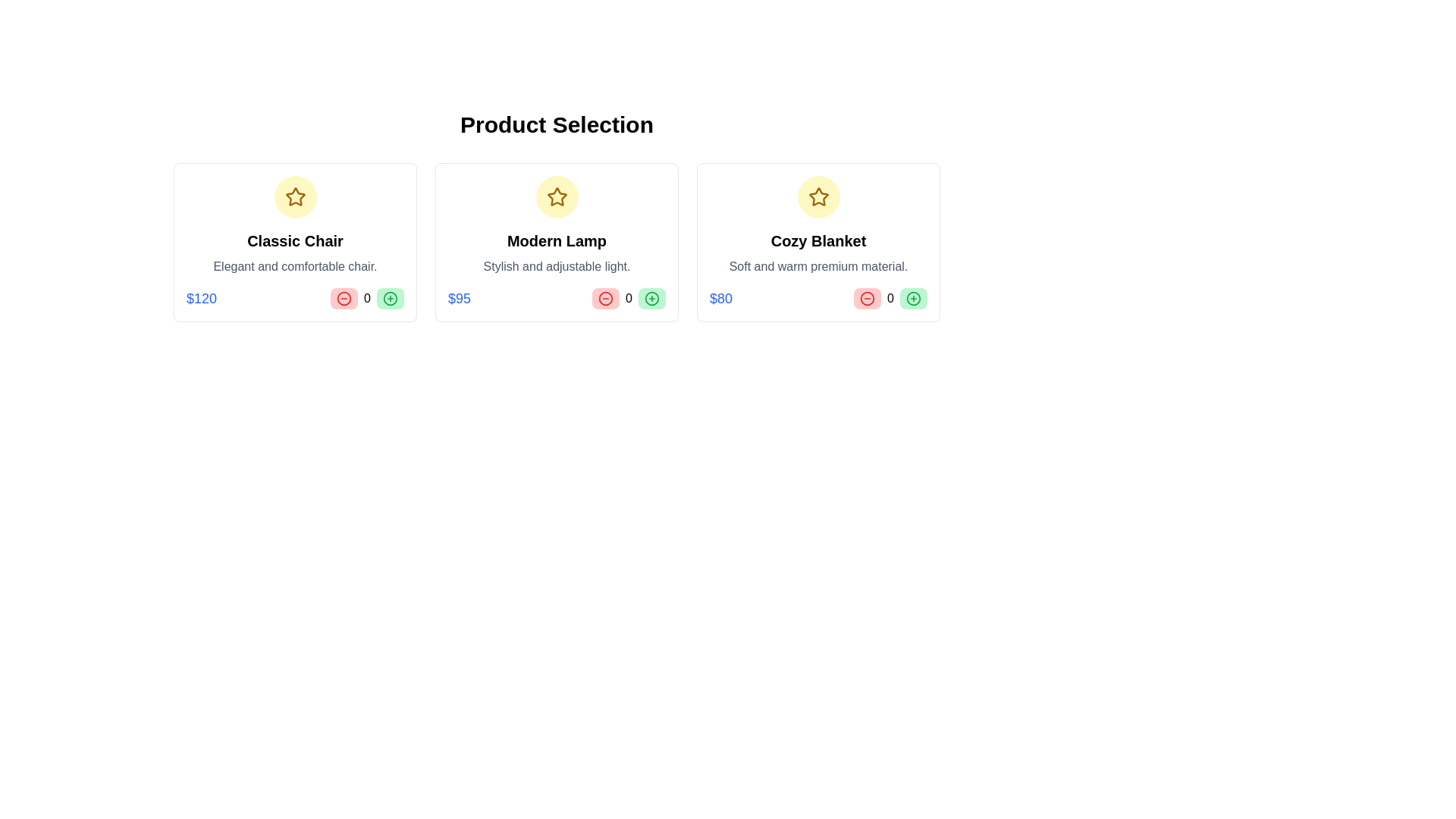  I want to click on the decrement button for the 'Cozy Blanket' product, so click(868, 298).